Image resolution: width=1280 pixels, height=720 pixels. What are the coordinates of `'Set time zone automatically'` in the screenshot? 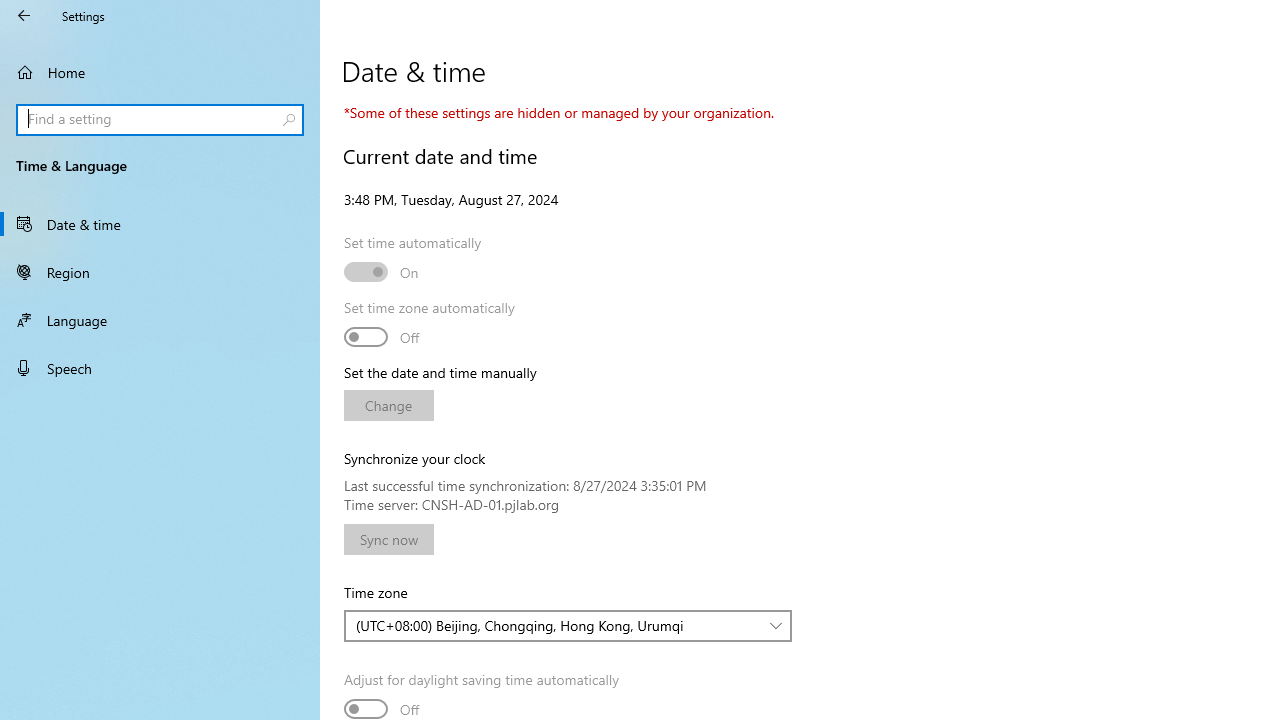 It's located at (382, 335).